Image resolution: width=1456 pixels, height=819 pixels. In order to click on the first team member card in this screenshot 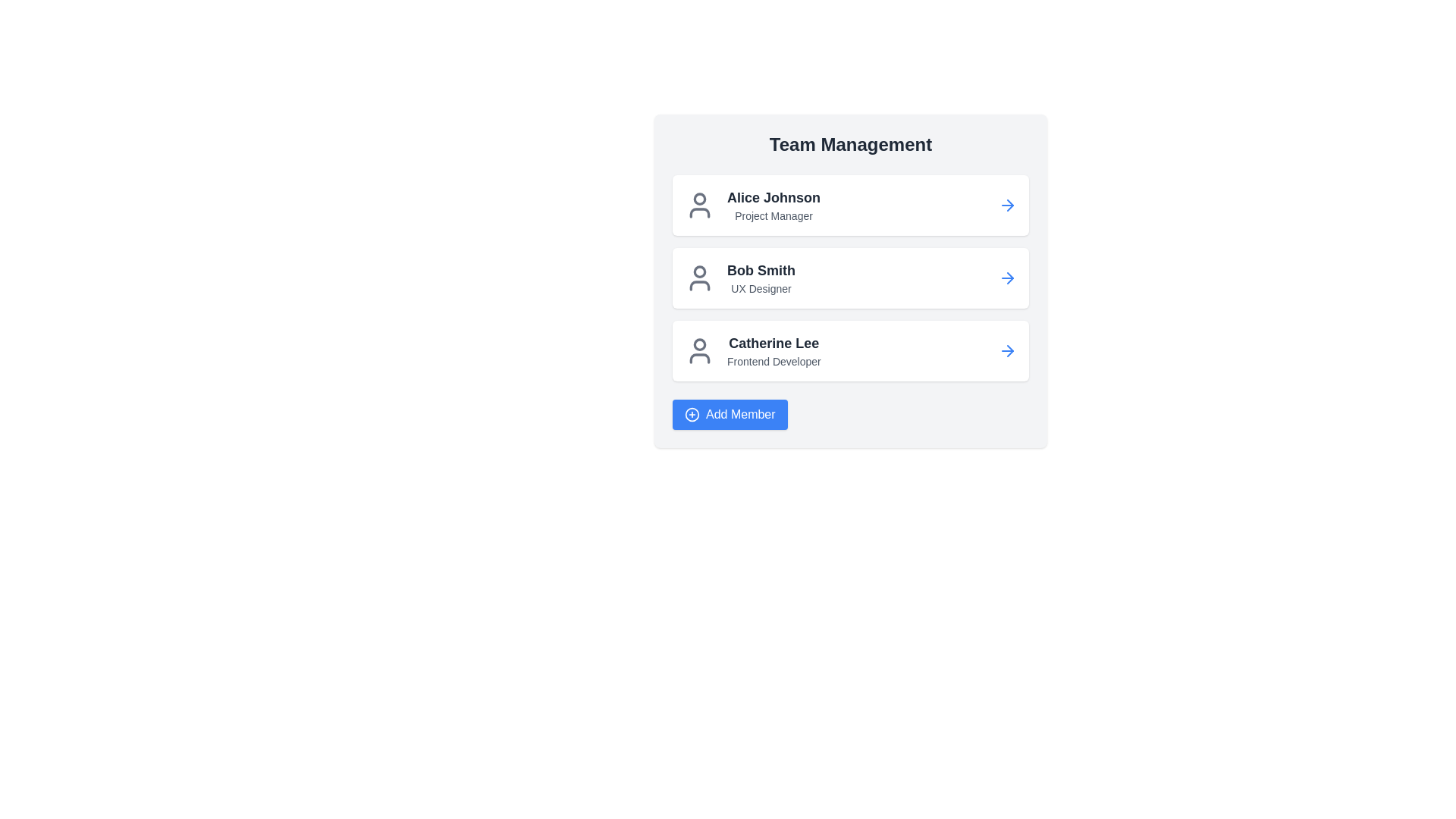, I will do `click(851, 205)`.